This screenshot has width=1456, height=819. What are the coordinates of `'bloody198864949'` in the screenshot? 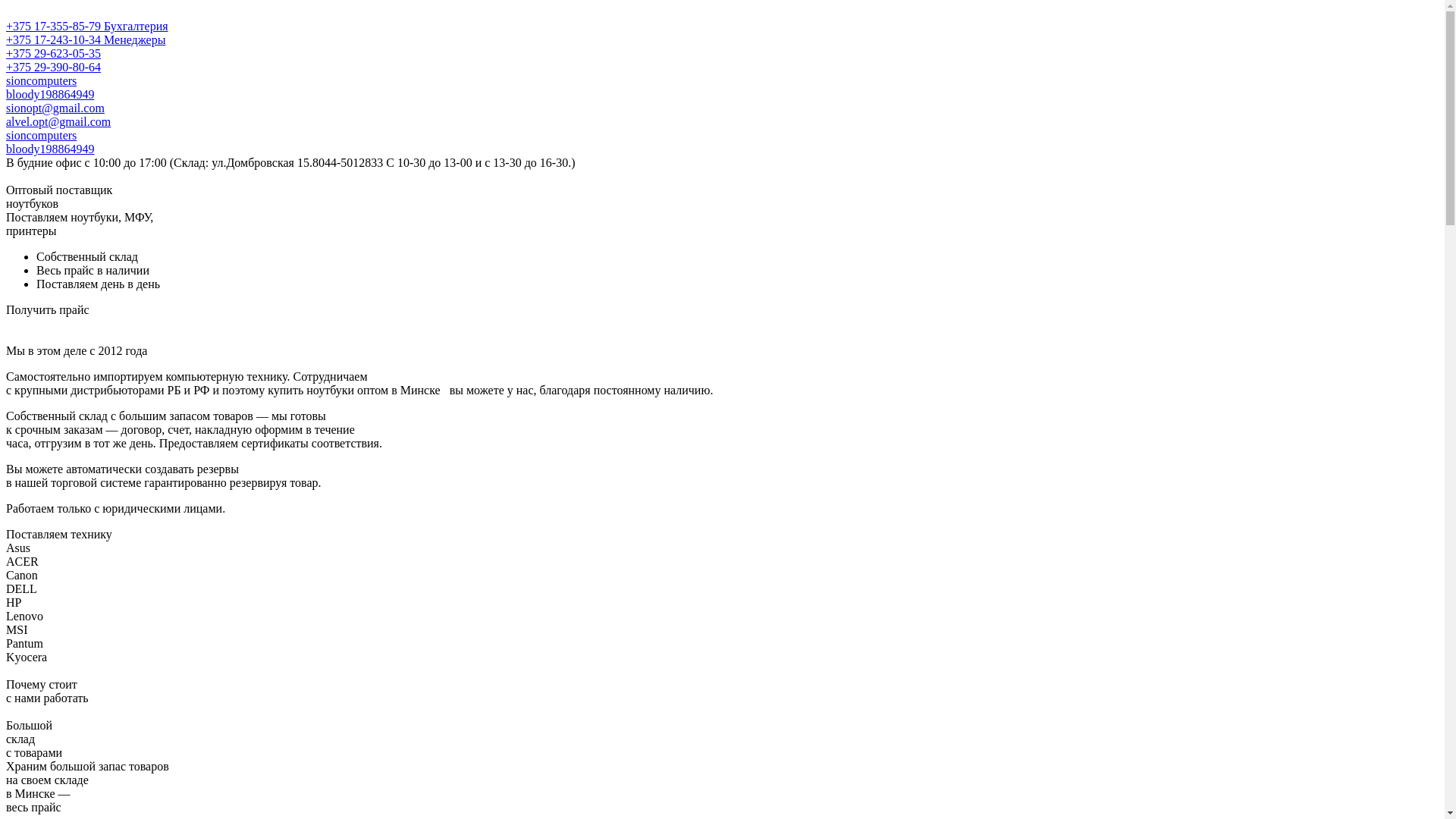 It's located at (50, 149).